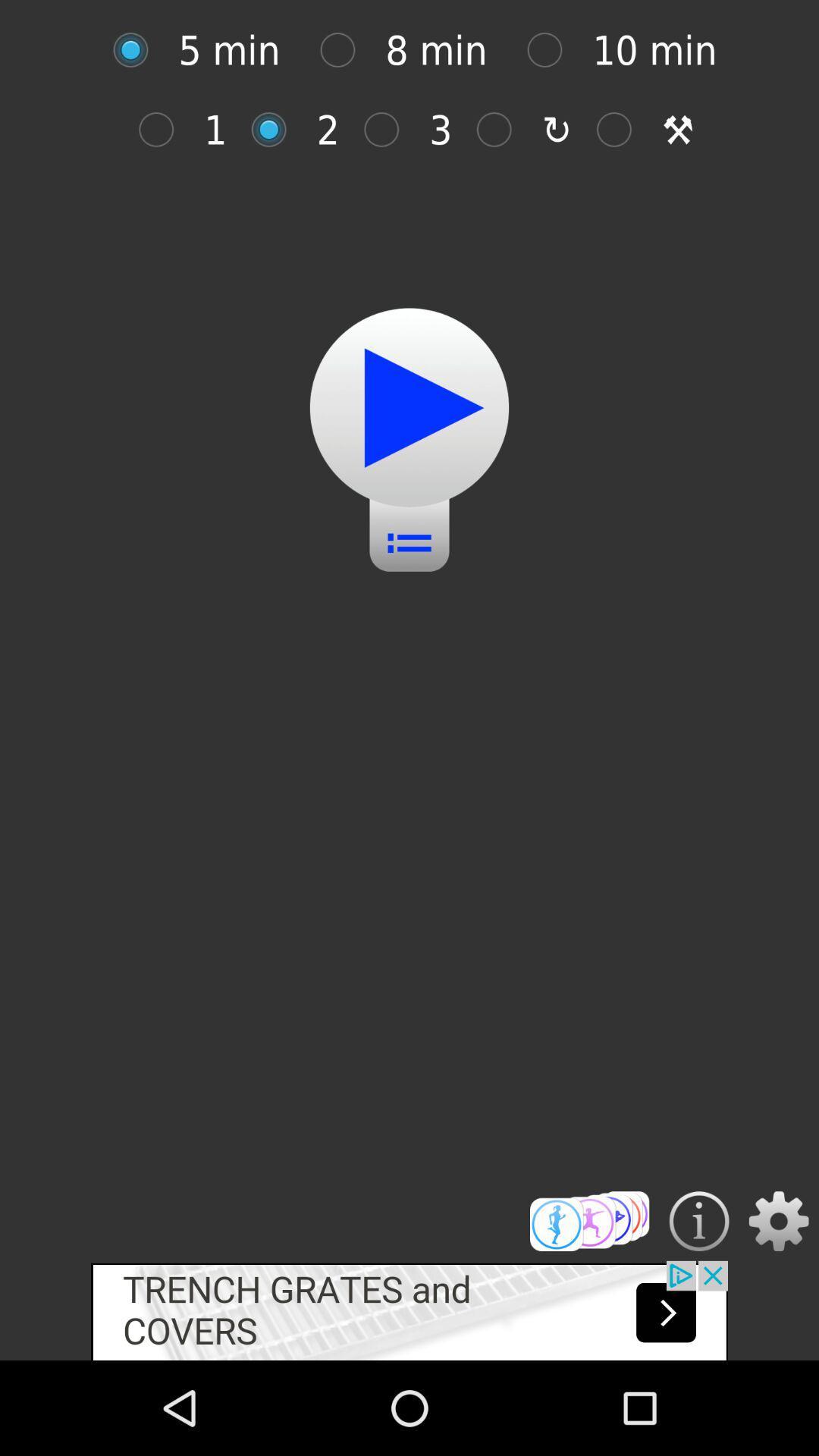  What do you see at coordinates (553, 50) in the screenshot?
I see `click this button to get 10 minutes of video` at bounding box center [553, 50].